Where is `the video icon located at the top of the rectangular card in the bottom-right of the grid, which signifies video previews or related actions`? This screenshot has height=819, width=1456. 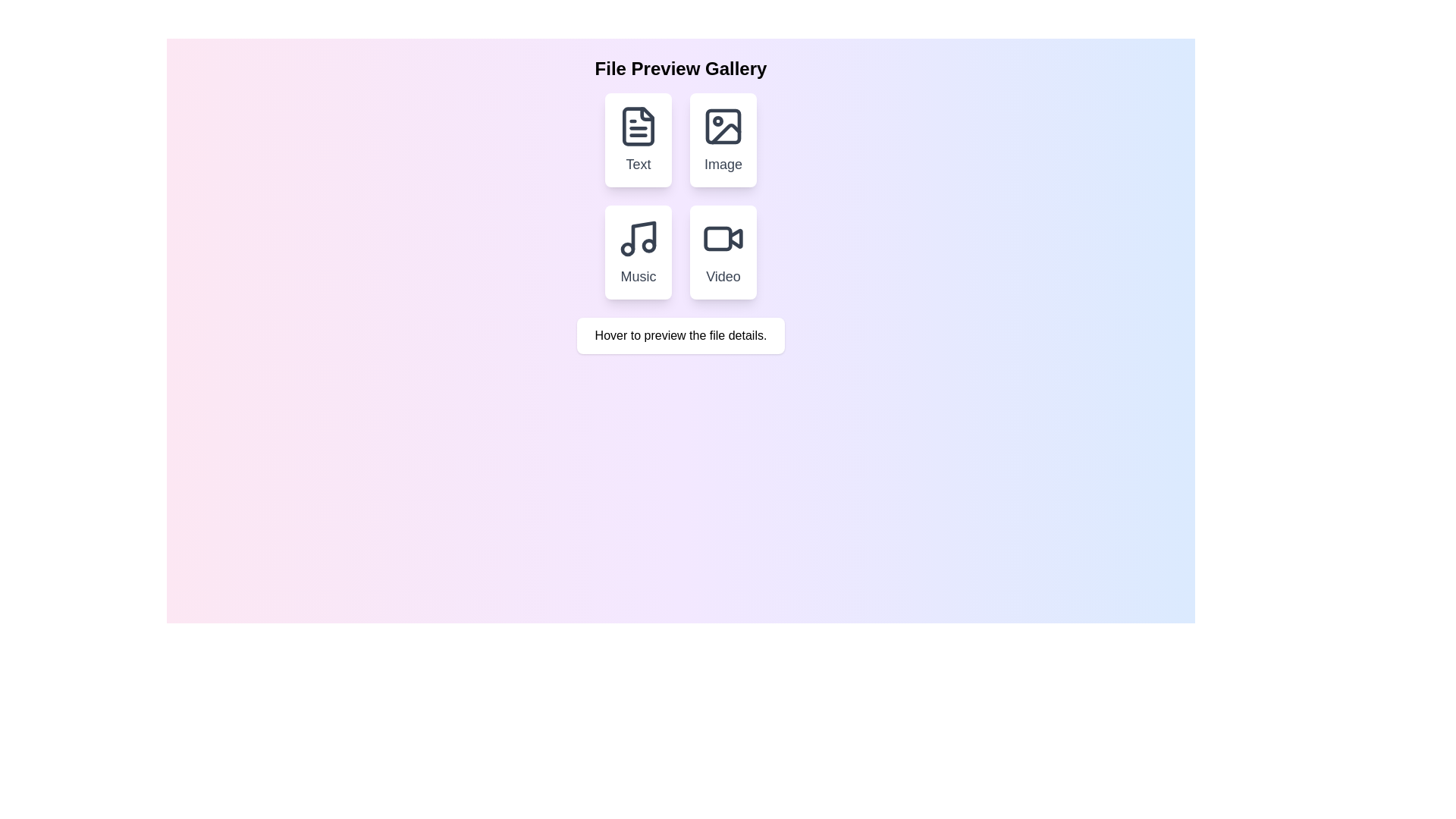 the video icon located at the top of the rectangular card in the bottom-right of the grid, which signifies video previews or related actions is located at coordinates (723, 239).